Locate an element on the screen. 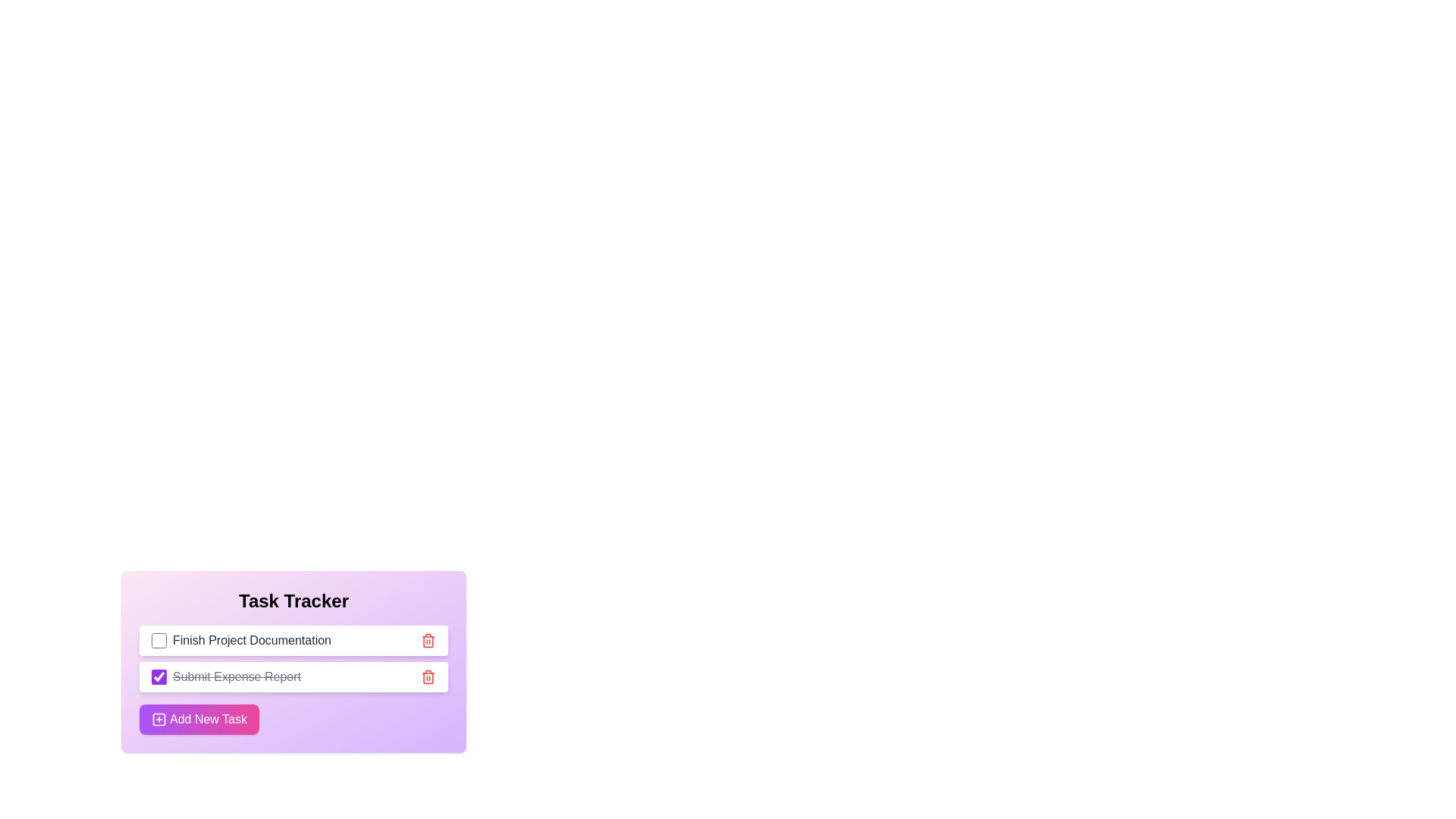 The height and width of the screenshot is (819, 1456). the small icon resembling a square with a plus sign, which is part of the 'Add New Task' button located at the bottom of the layout is located at coordinates (159, 718).